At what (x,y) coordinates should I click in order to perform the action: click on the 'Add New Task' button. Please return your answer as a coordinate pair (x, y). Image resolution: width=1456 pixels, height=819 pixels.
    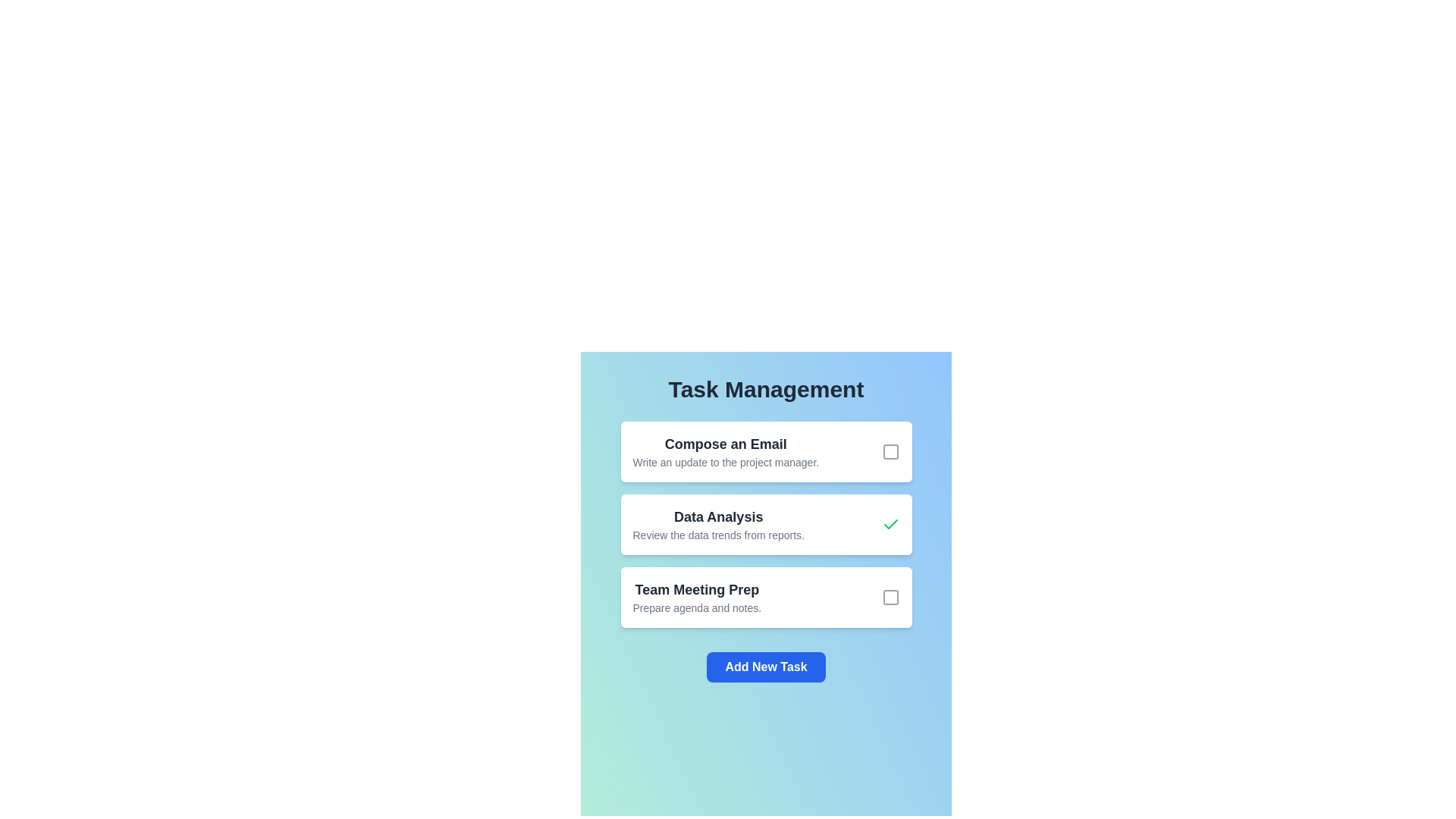
    Looking at the image, I should click on (766, 666).